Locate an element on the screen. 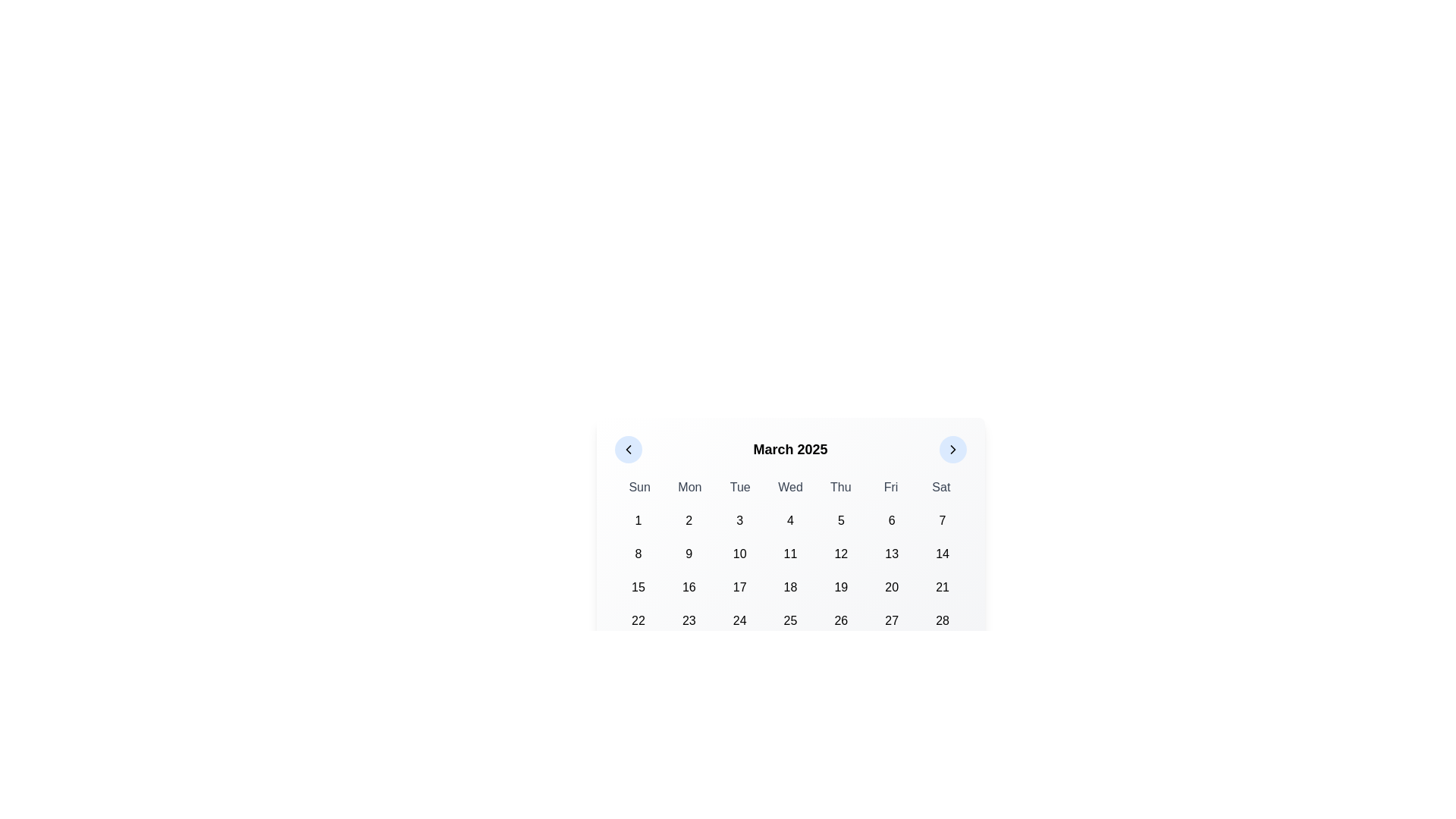 The height and width of the screenshot is (819, 1456). the button displaying the numeric value '3' is located at coordinates (739, 519).